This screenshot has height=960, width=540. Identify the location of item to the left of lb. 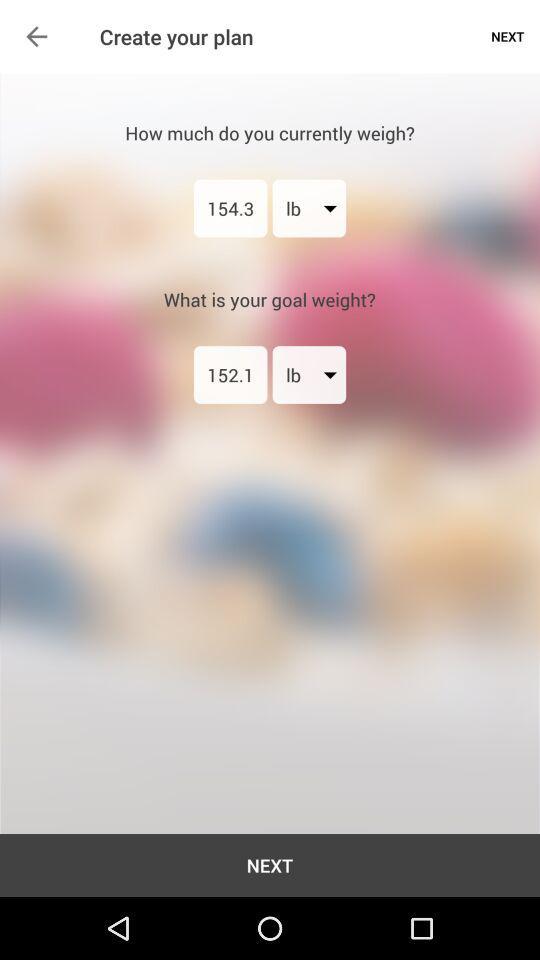
(229, 373).